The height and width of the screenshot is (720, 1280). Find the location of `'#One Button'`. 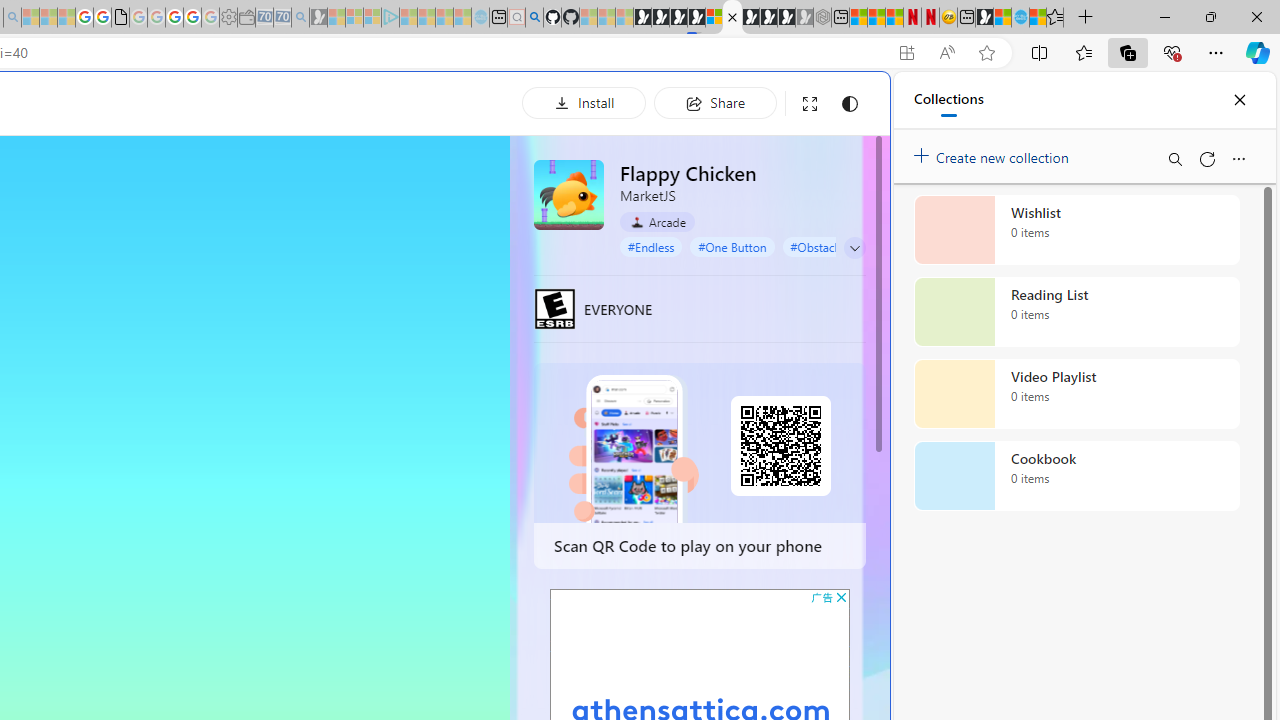

'#One Button' is located at coordinates (731, 245).